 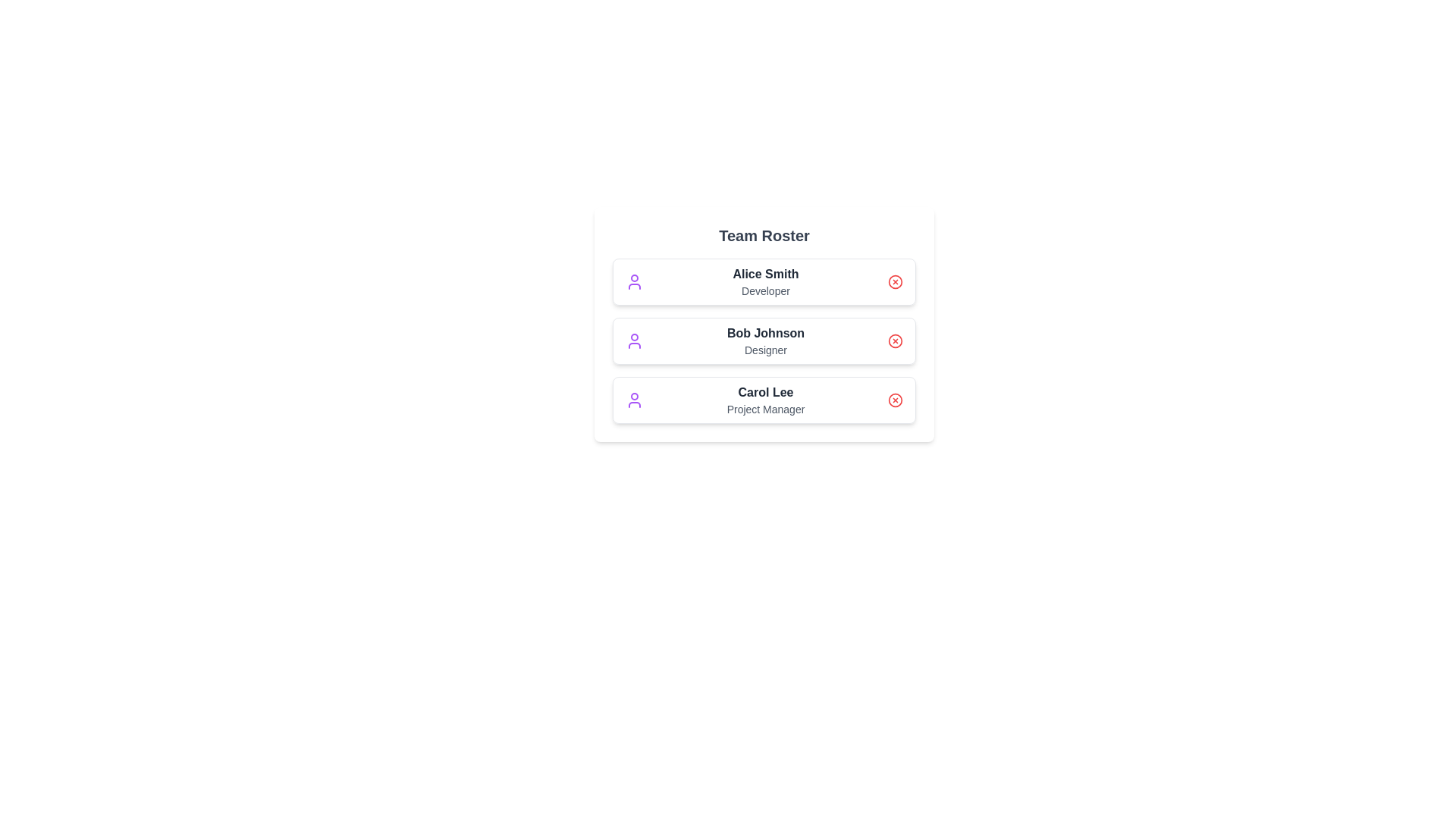 I want to click on the remove button for the user Bob Johnson, so click(x=895, y=341).